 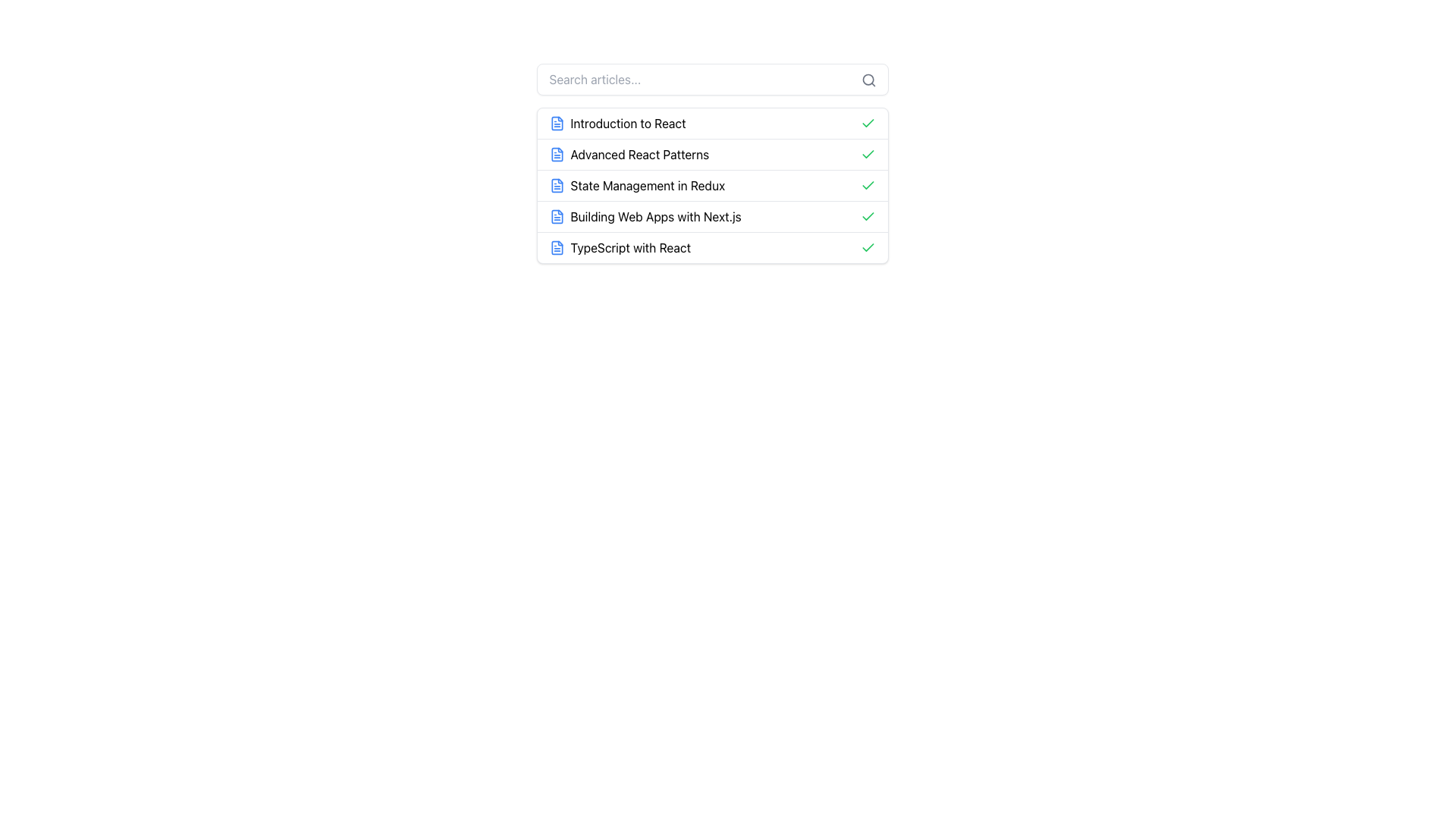 I want to click on the second item in the vertically stacked list within the card-like structure, so click(x=711, y=154).